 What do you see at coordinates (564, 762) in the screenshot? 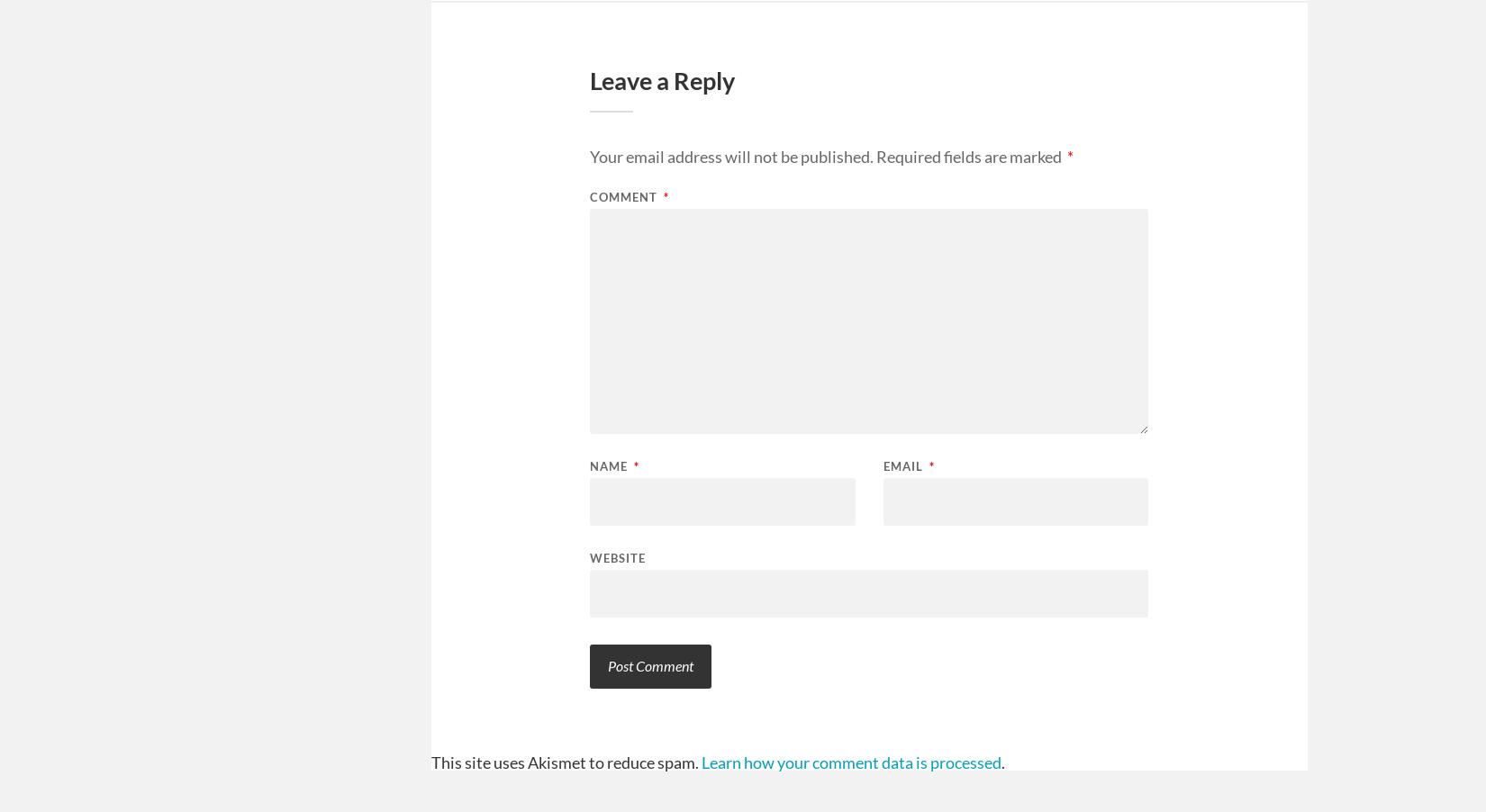
I see `'This site uses Akismet to reduce spam.'` at bounding box center [564, 762].